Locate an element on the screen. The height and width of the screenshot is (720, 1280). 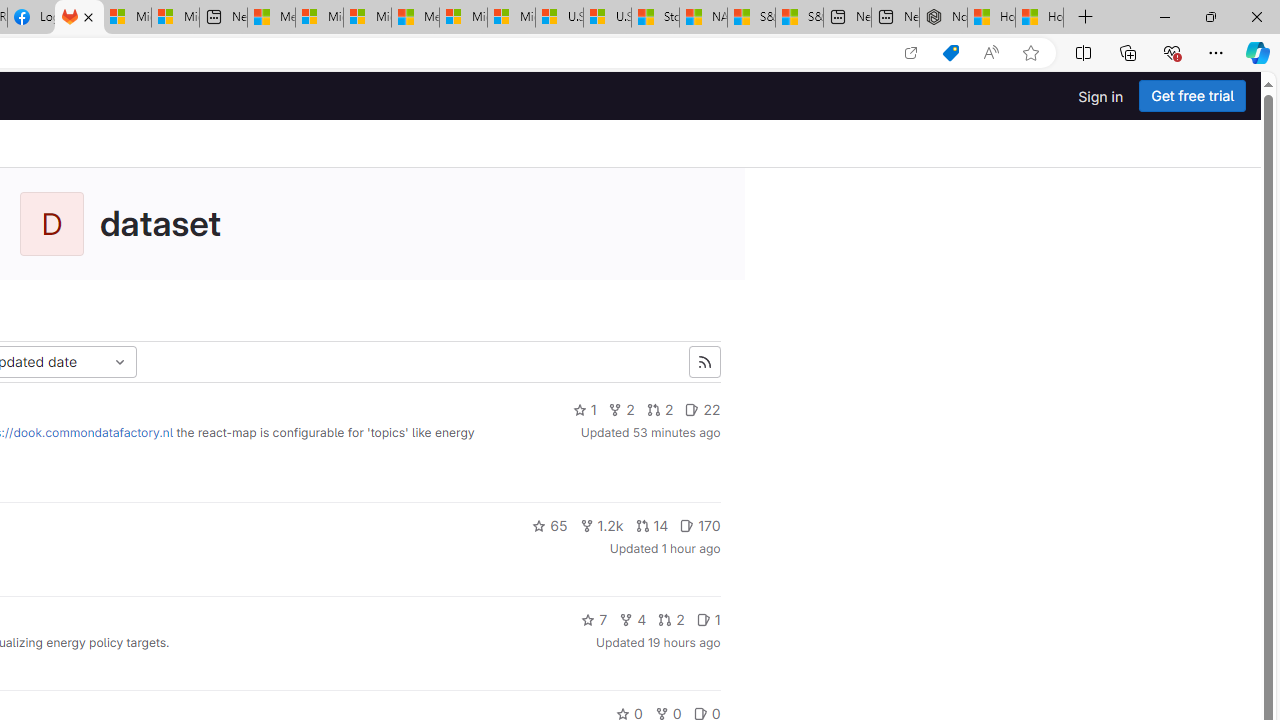
'Sign in' is located at coordinates (1099, 96).